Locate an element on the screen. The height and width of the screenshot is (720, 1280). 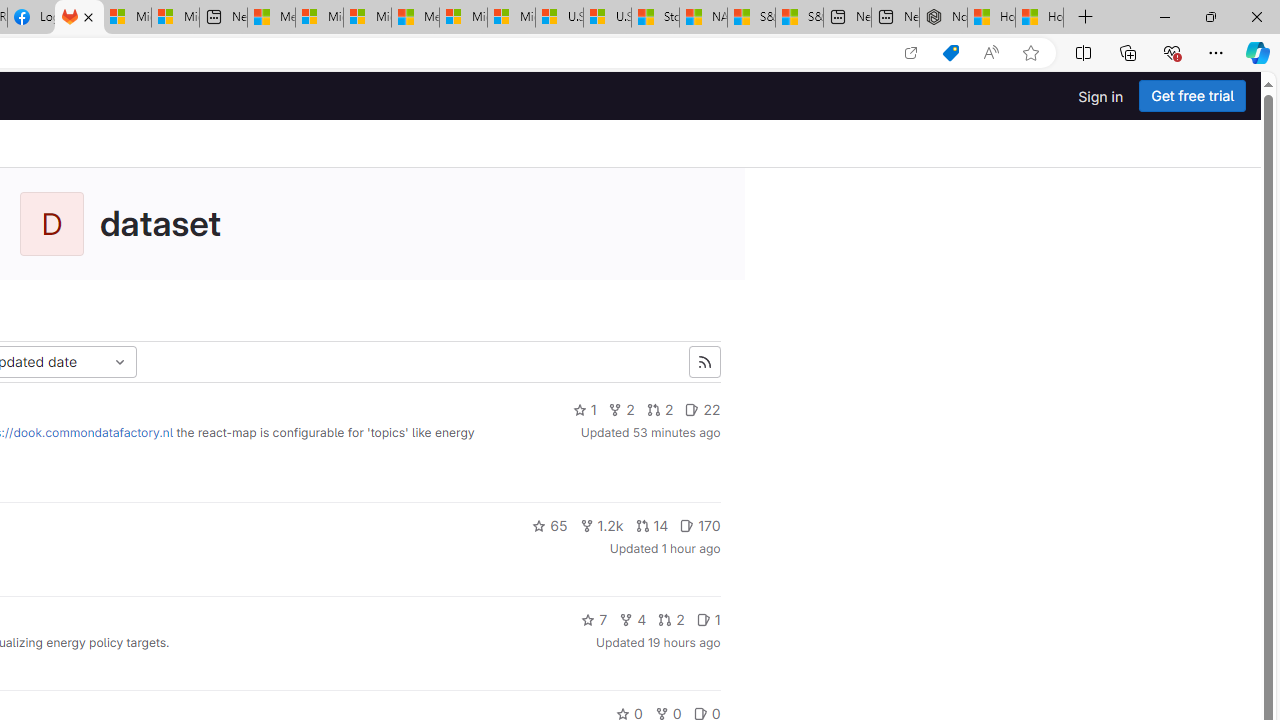
'Sign in' is located at coordinates (1099, 96).